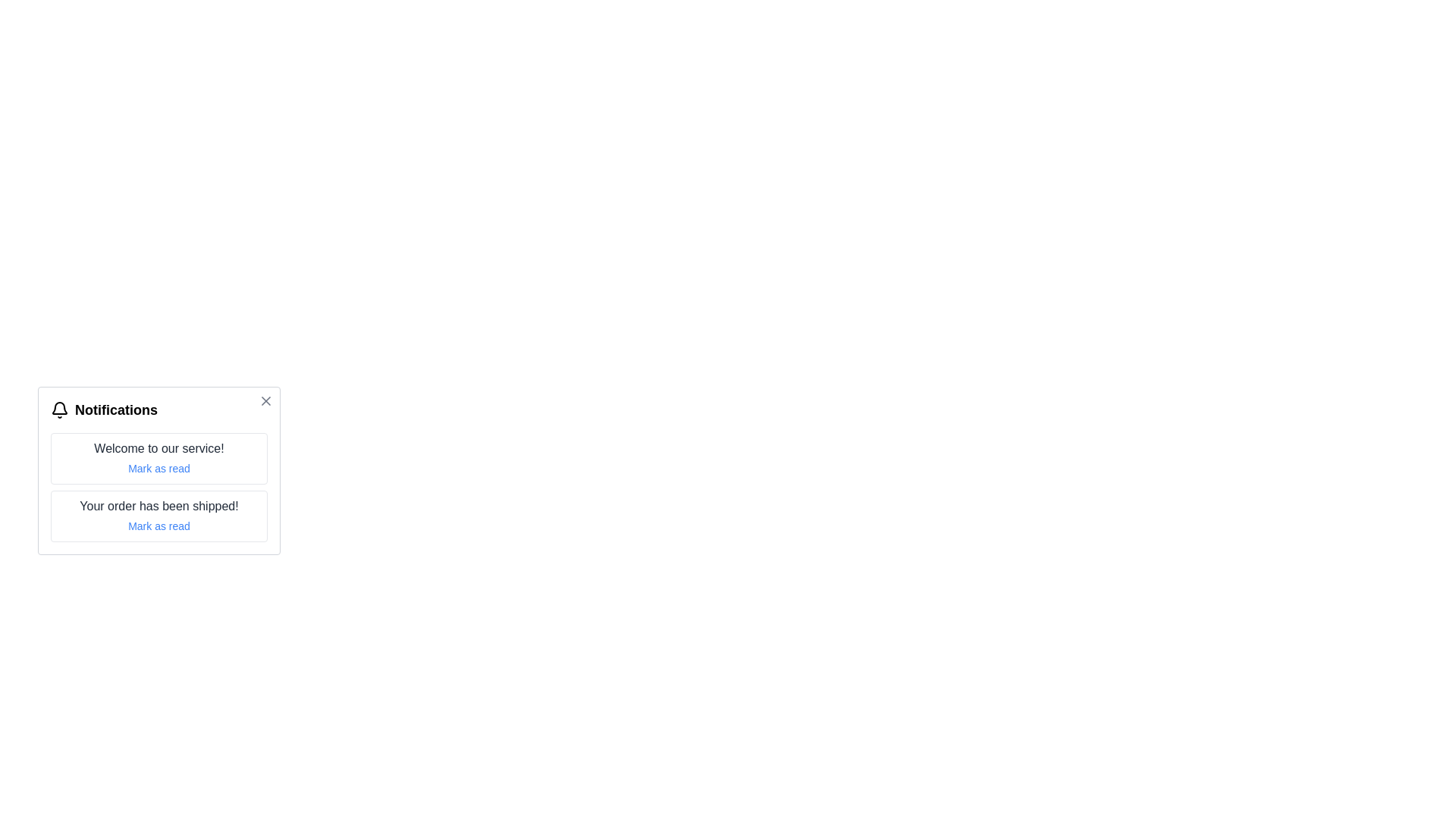  I want to click on text element that serves as the title or header for the notification panel, located at the rightmost position in the panel, aligned with the bell icon, so click(115, 409).